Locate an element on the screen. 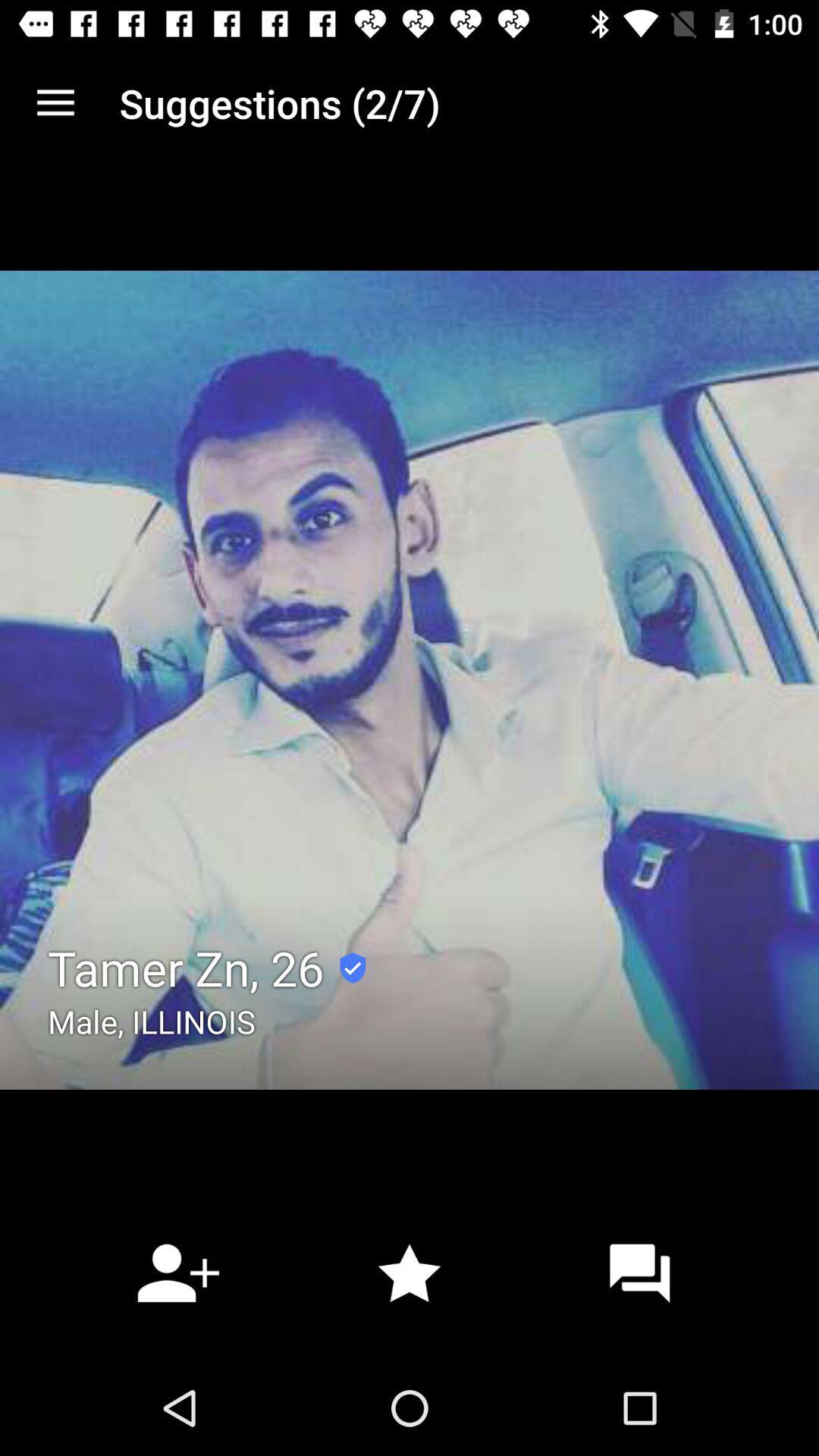 This screenshot has width=819, height=1456. the follow icon is located at coordinates (177, 1272).